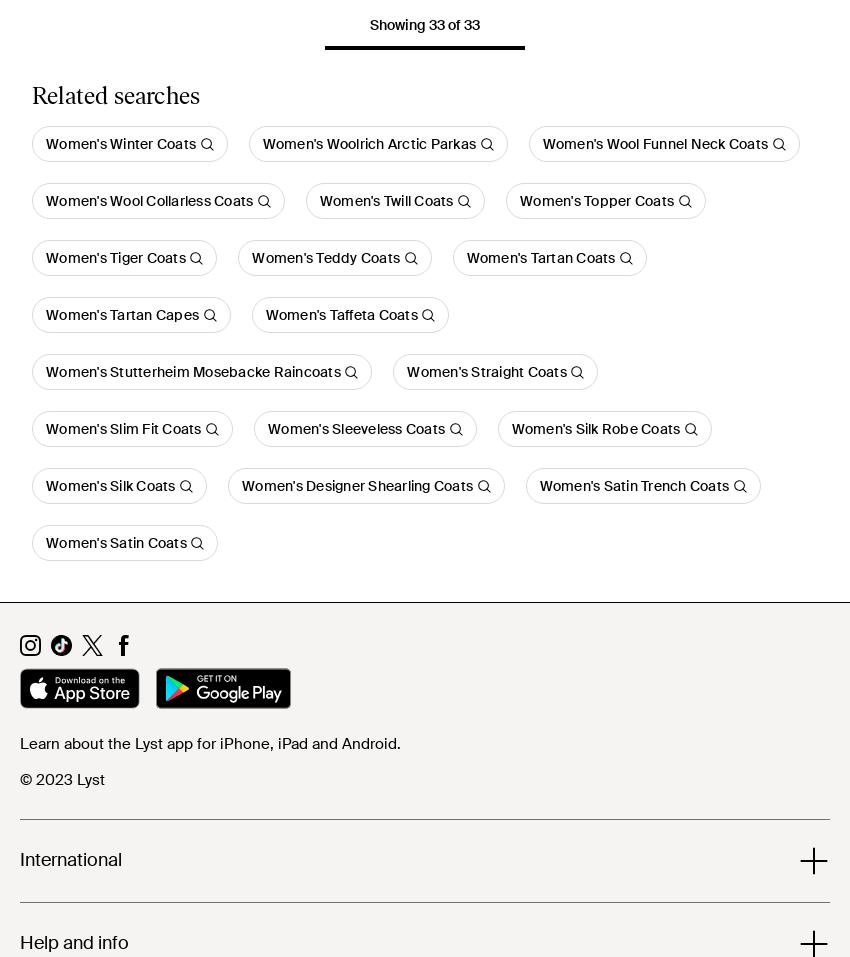  What do you see at coordinates (241, 485) in the screenshot?
I see `'Women's Designer Shearling Coats'` at bounding box center [241, 485].